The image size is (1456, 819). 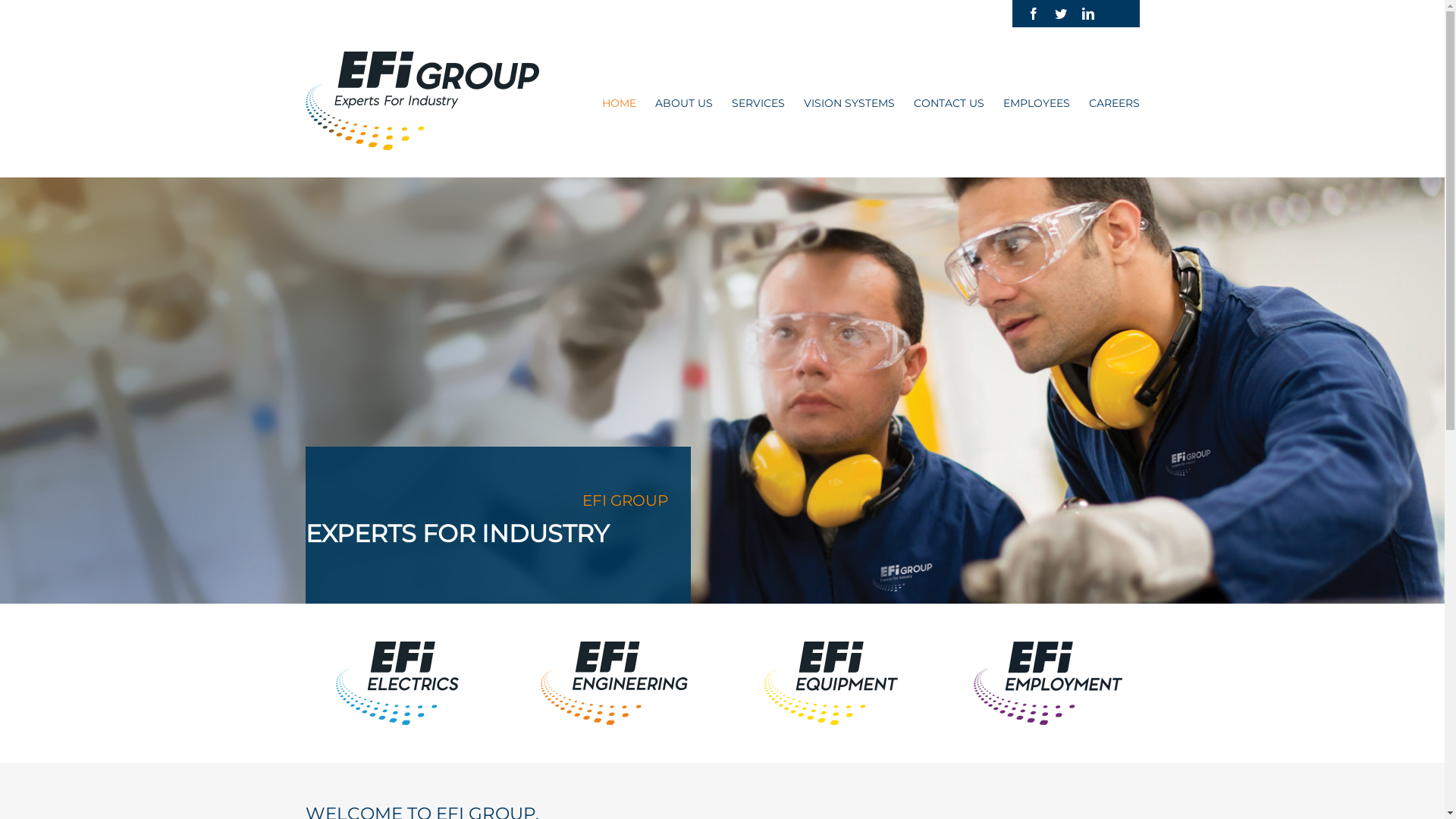 I want to click on 'CAREERS', so click(x=1087, y=102).